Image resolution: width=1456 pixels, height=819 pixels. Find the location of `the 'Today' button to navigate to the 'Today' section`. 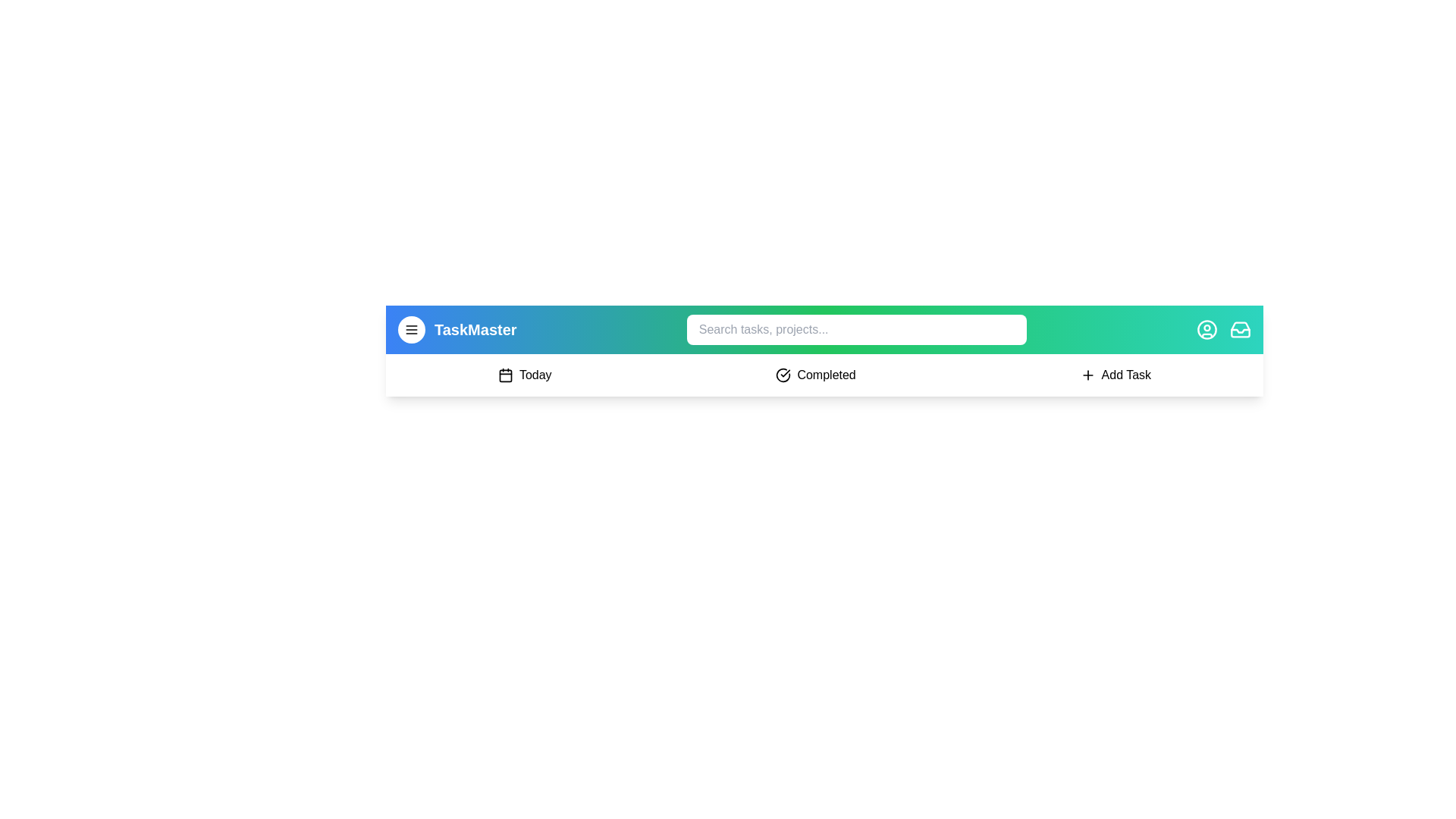

the 'Today' button to navigate to the 'Today' section is located at coordinates (524, 375).